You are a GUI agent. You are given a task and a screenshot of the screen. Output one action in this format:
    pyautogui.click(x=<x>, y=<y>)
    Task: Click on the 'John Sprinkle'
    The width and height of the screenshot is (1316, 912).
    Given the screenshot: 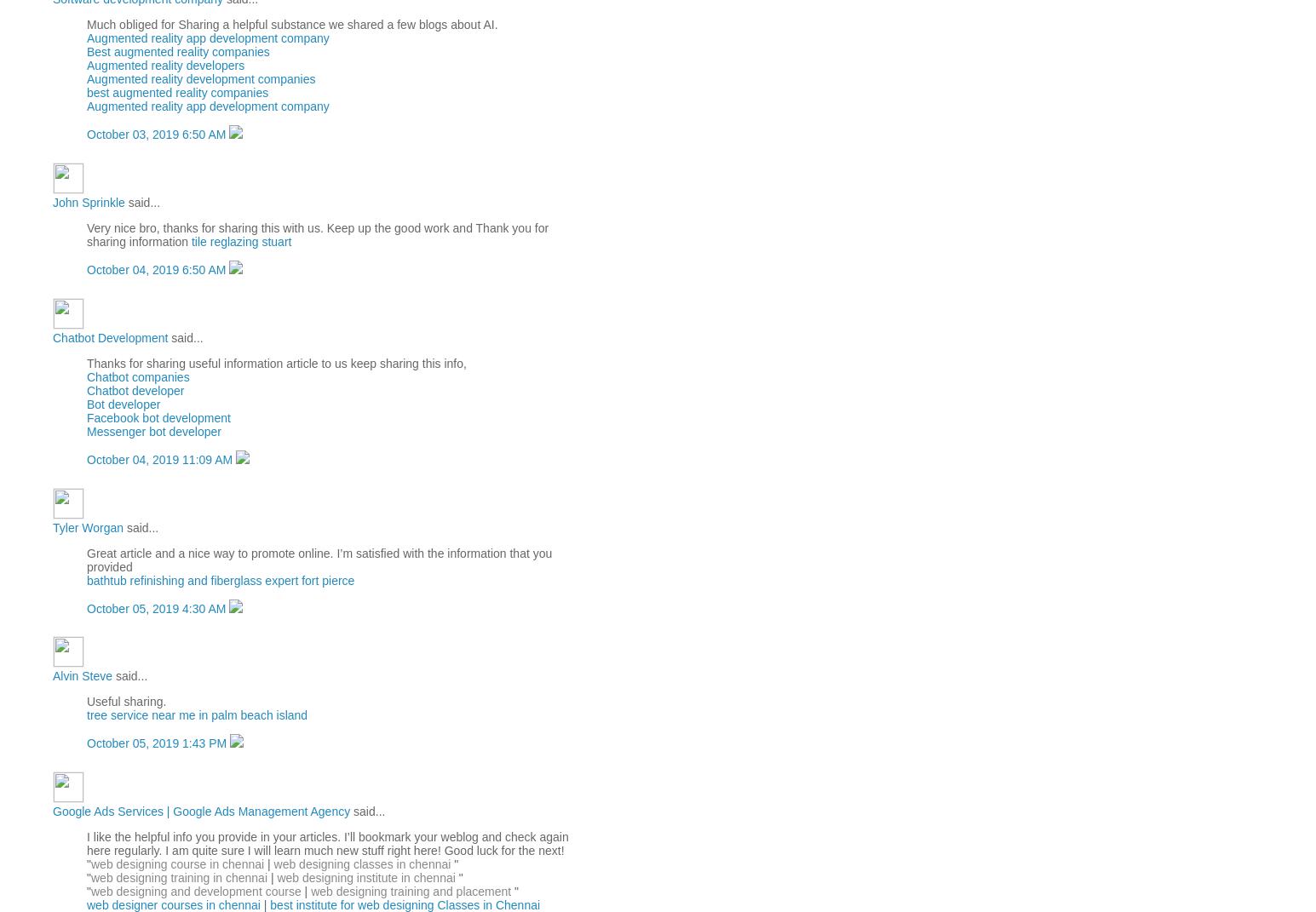 What is the action you would take?
    pyautogui.click(x=87, y=202)
    